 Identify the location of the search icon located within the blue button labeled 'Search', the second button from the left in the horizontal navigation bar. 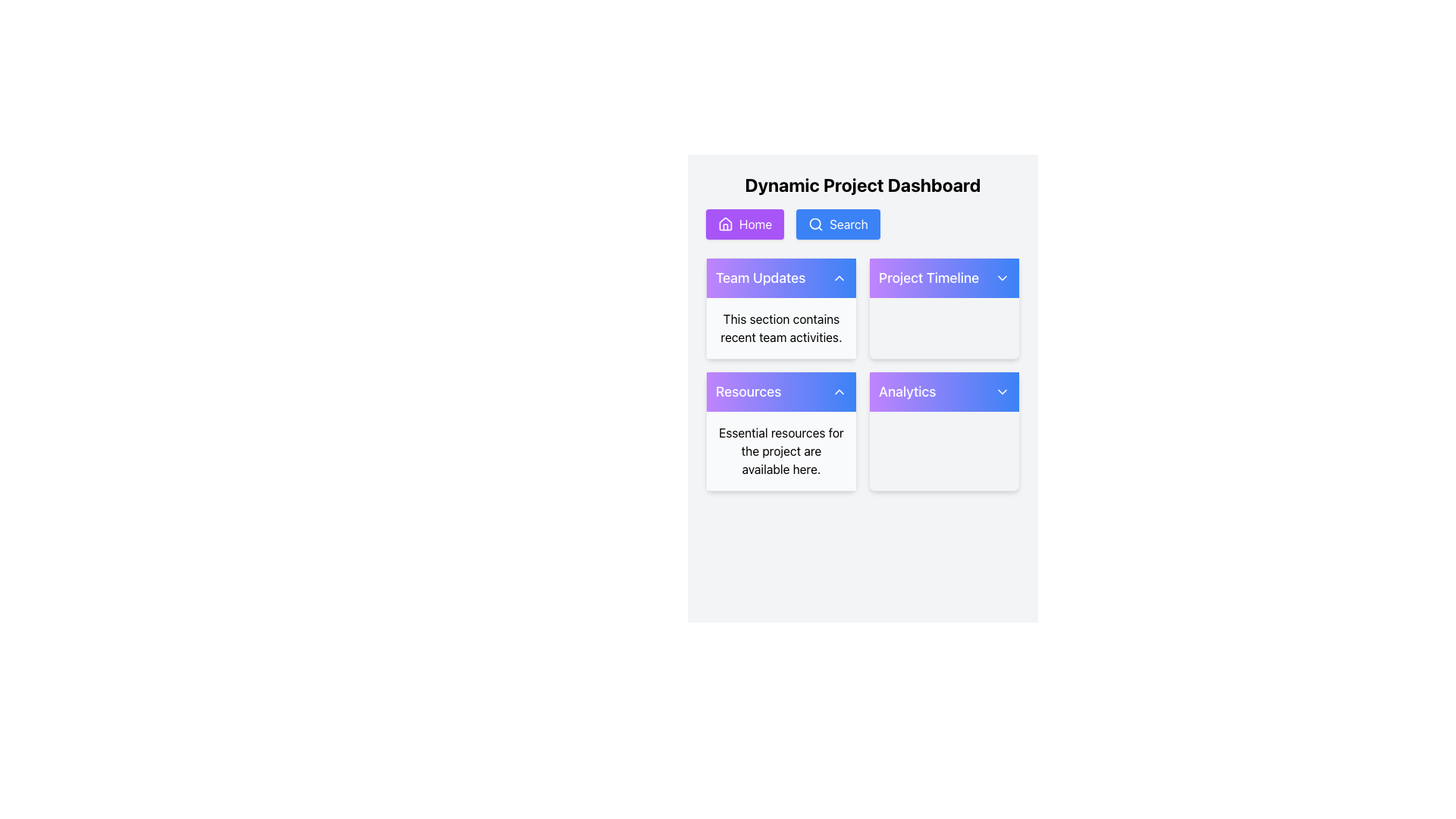
(815, 224).